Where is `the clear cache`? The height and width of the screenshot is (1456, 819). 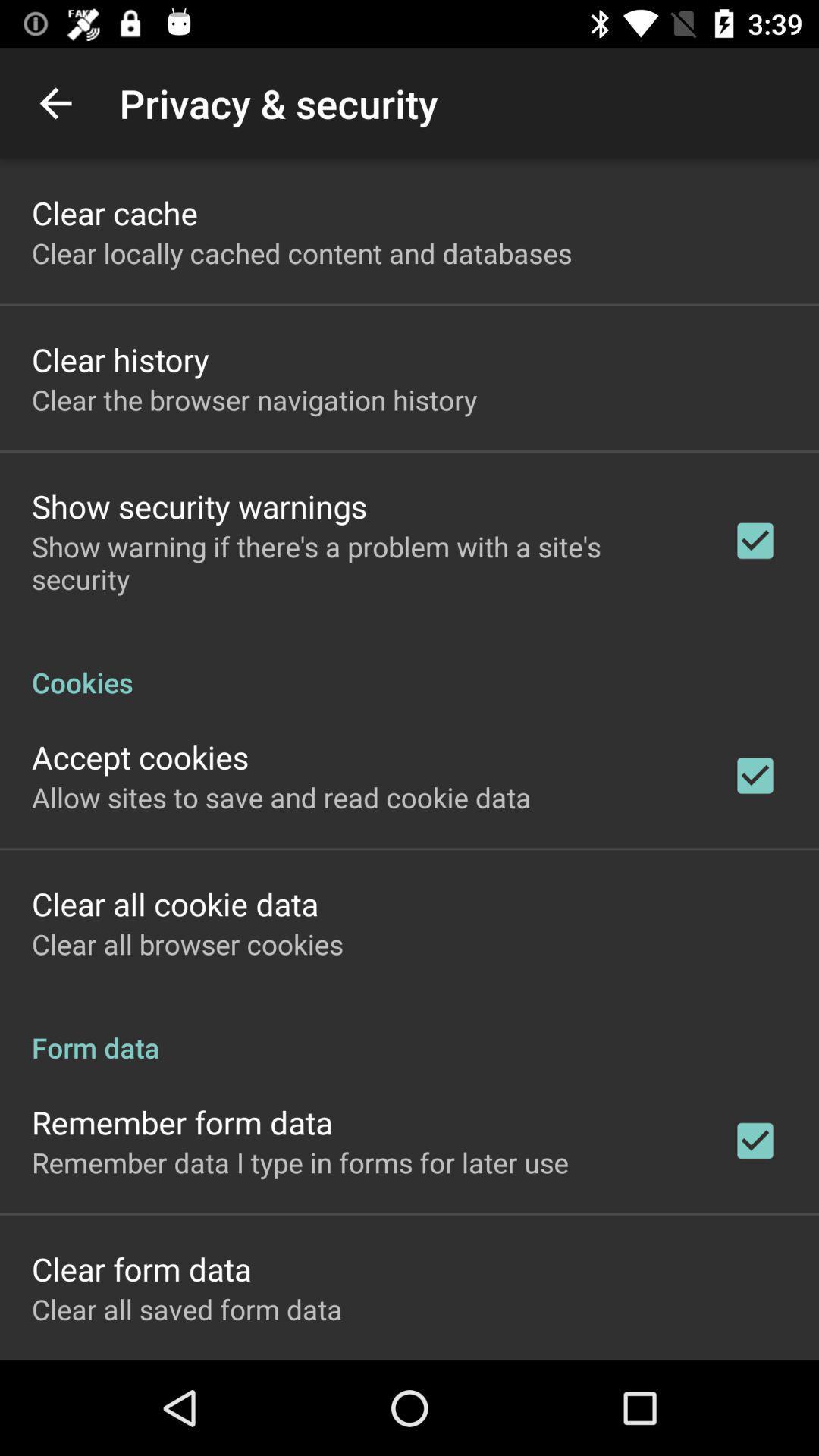 the clear cache is located at coordinates (114, 212).